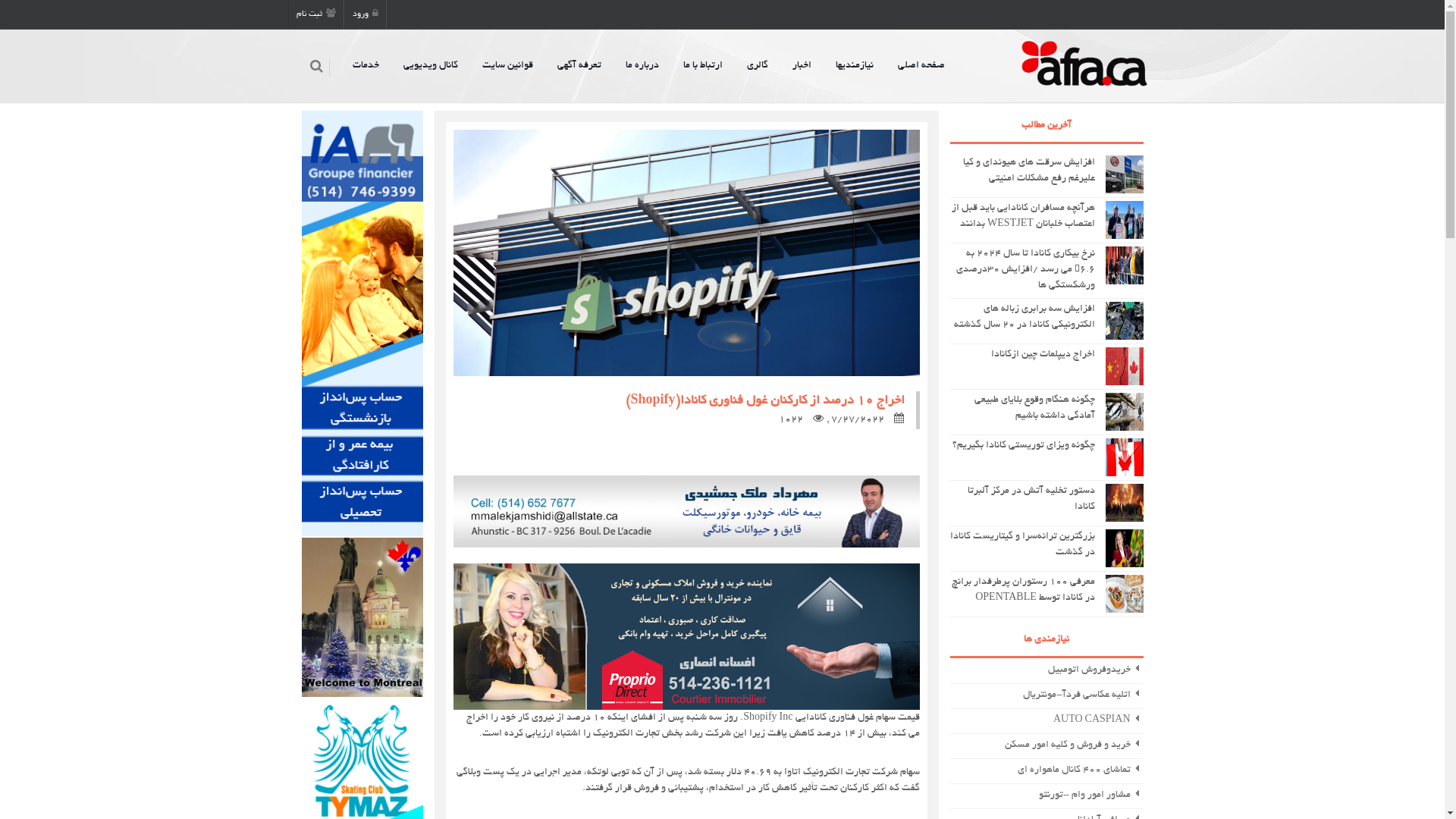 The height and width of the screenshot is (819, 1456). Describe the element at coordinates (1045, 720) in the screenshot. I see `'  AUTO CASPIAN'` at that location.